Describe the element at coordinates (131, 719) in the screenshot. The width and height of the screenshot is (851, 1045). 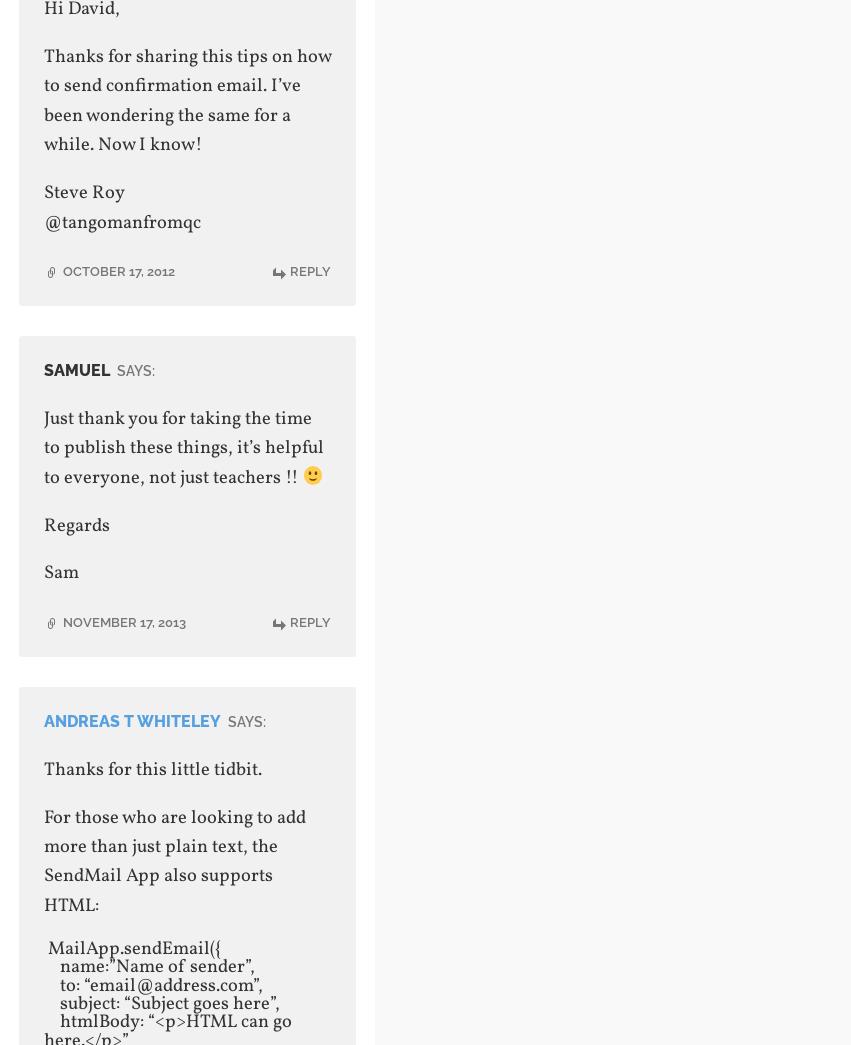
I see `'Andreas T Whiteley'` at that location.